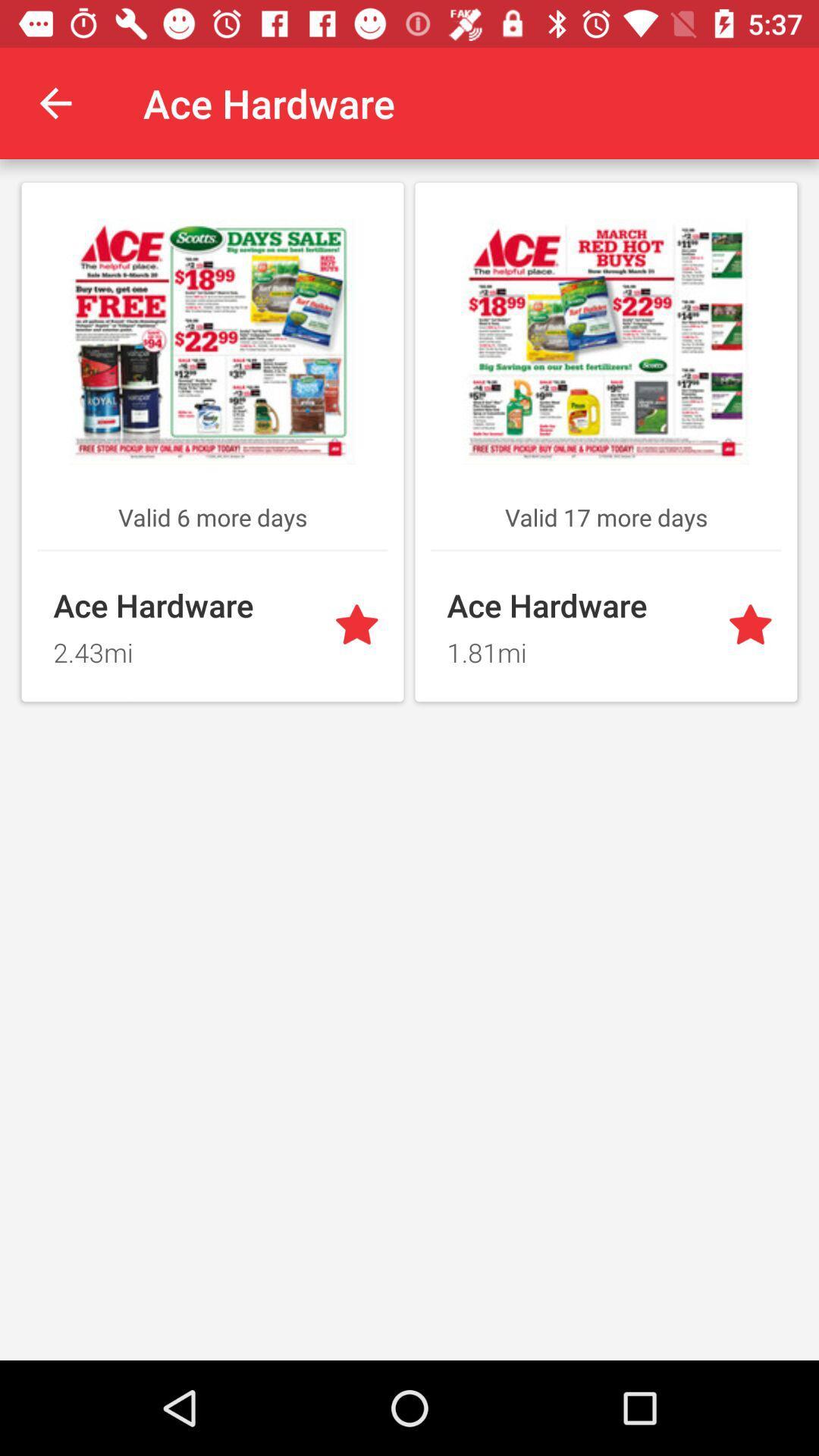  I want to click on 2.43mi item, so click(184, 648).